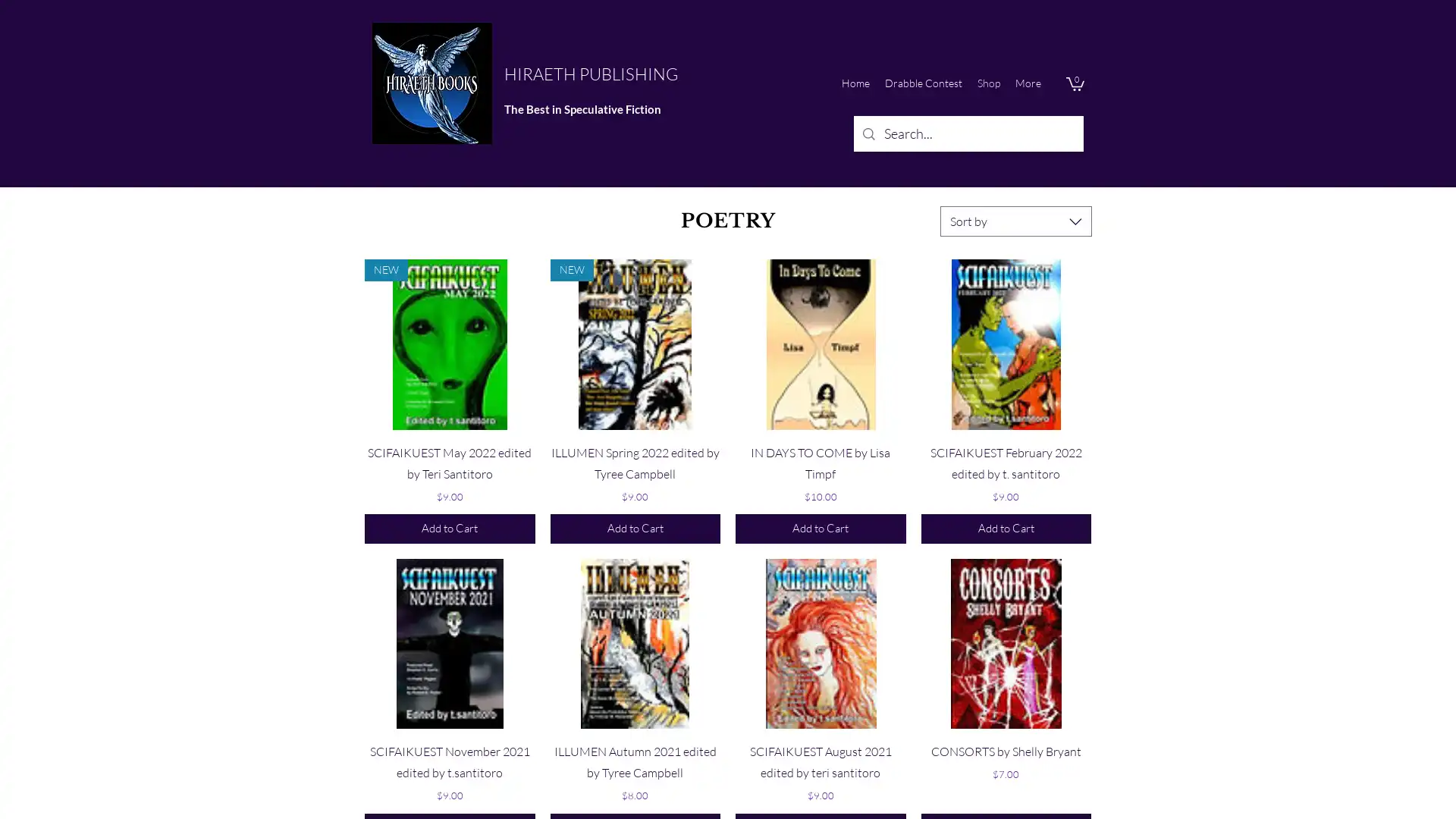  What do you see at coordinates (635, 528) in the screenshot?
I see `Add to Cart` at bounding box center [635, 528].